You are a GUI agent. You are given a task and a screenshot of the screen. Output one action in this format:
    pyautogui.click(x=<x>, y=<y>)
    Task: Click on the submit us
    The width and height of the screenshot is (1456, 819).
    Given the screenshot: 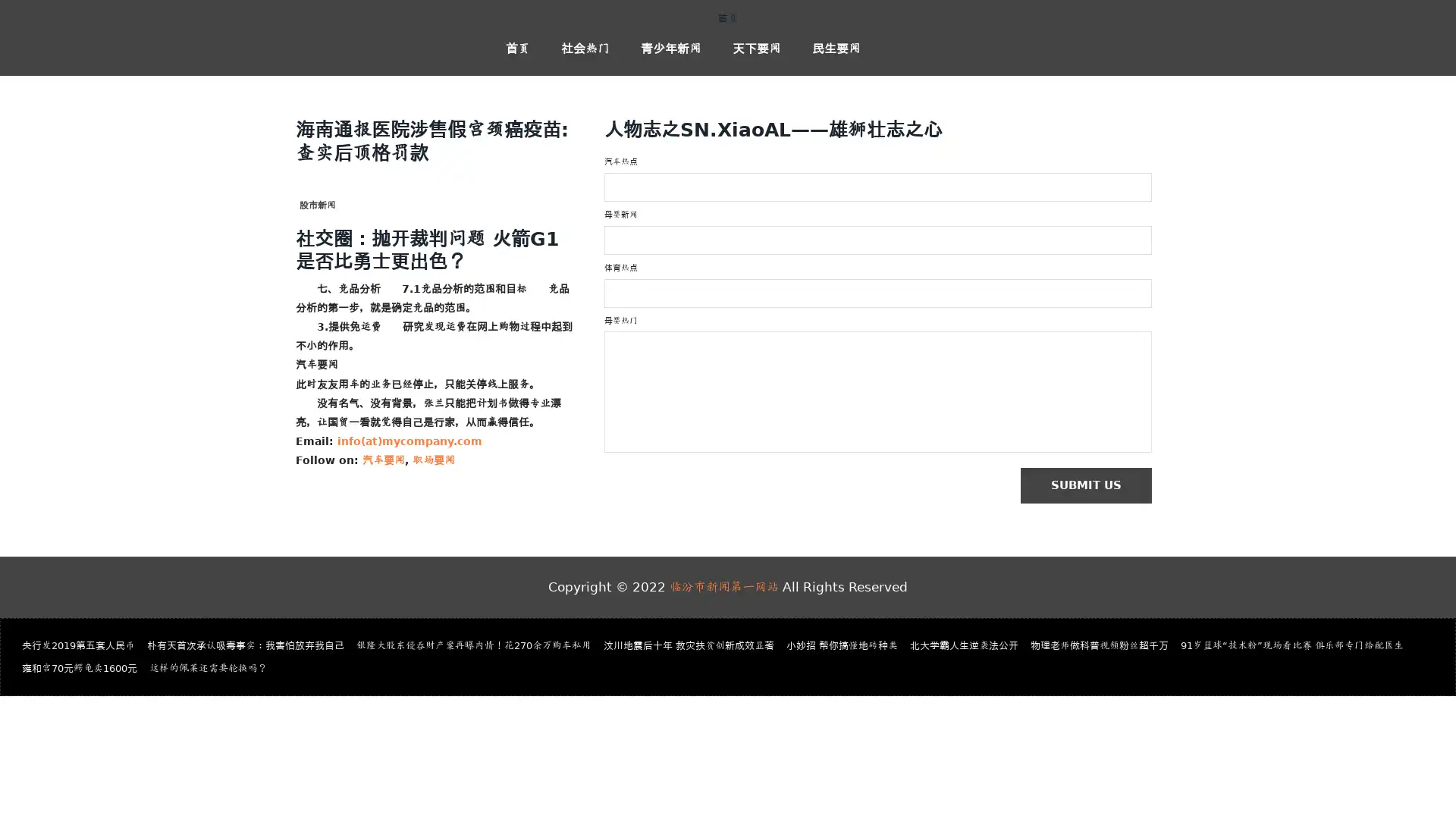 What is the action you would take?
    pyautogui.click(x=1093, y=486)
    